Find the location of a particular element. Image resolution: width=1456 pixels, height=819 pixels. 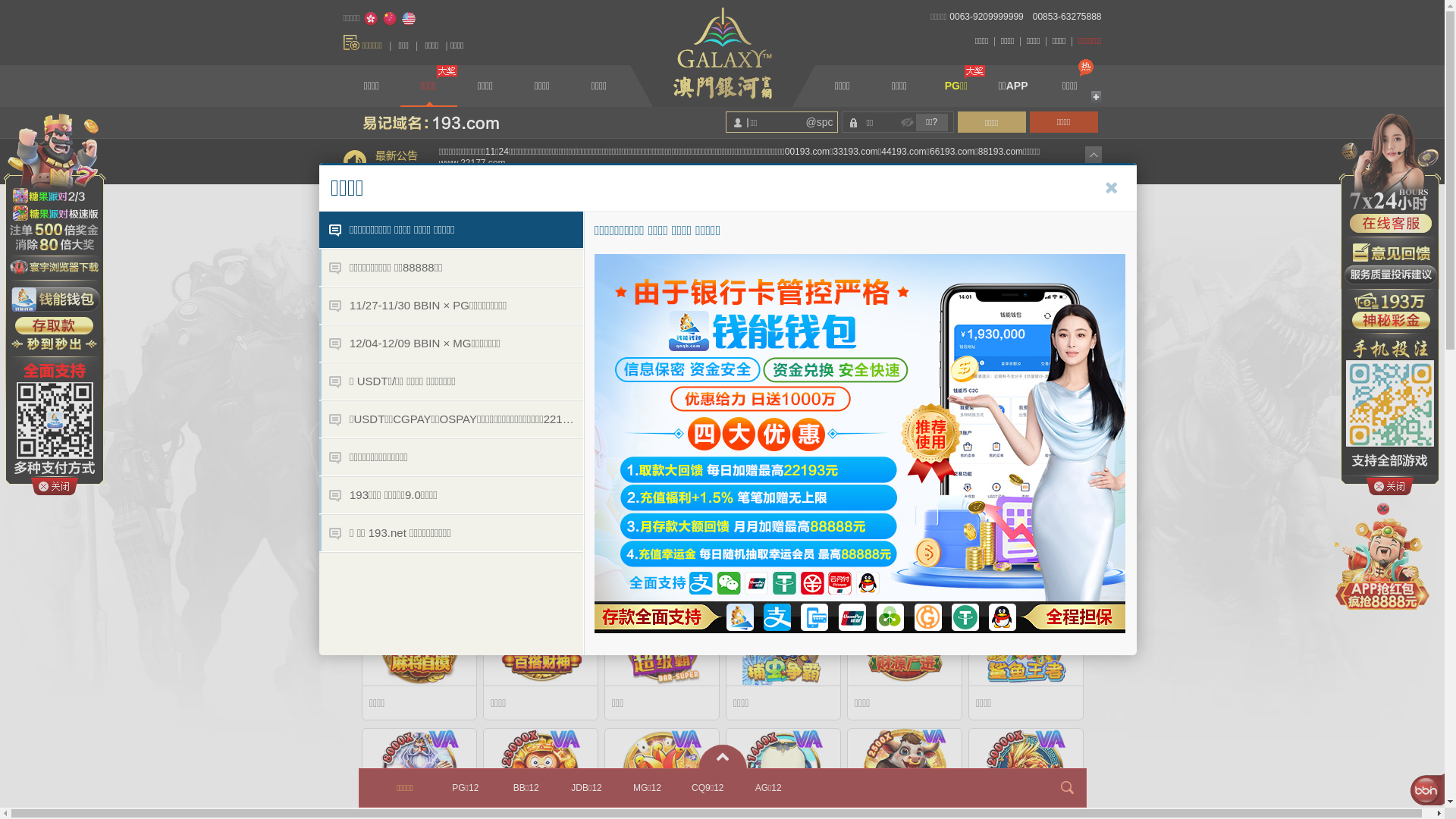

'English' is located at coordinates (408, 18).